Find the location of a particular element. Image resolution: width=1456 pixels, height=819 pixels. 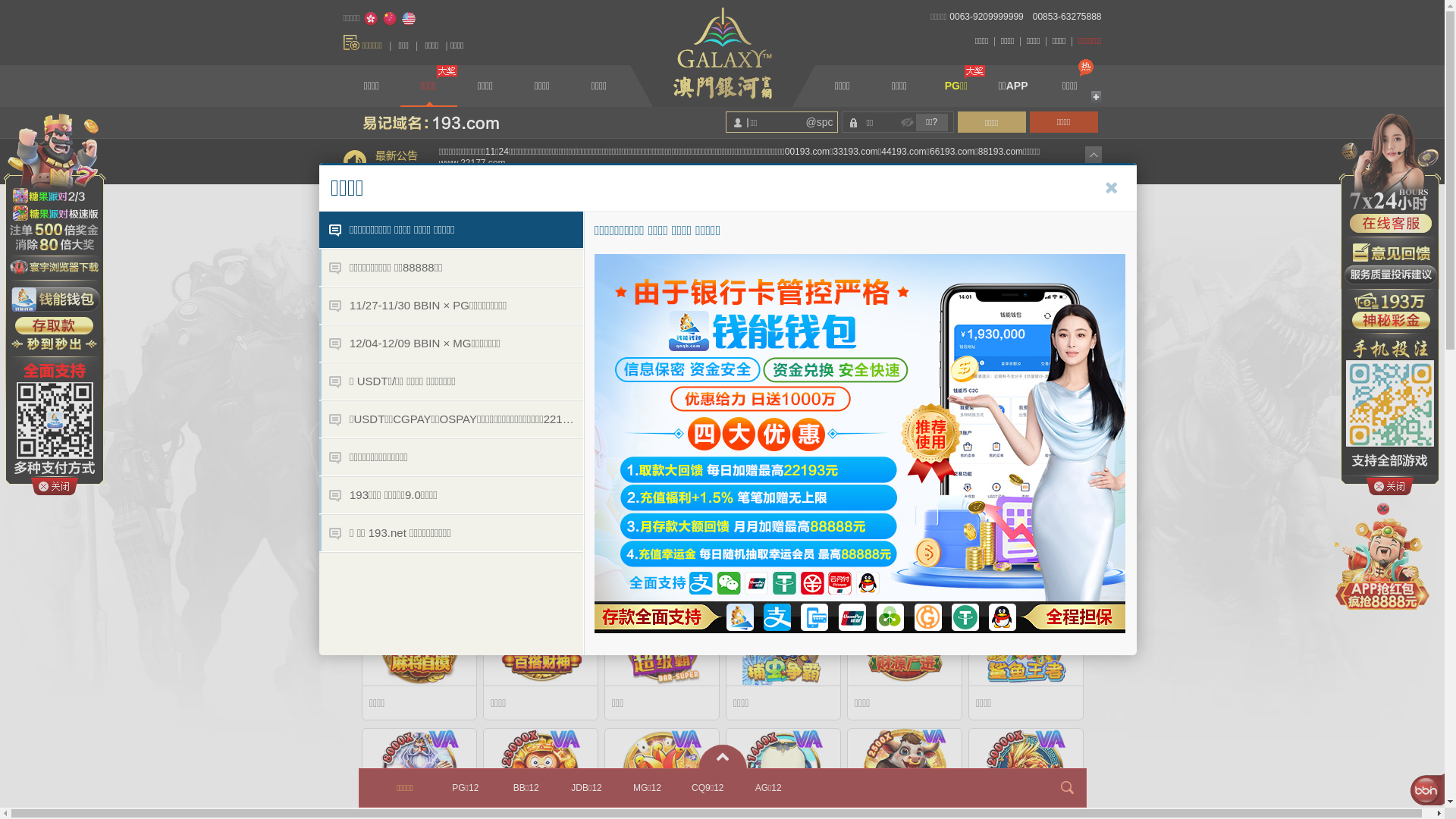

'English' is located at coordinates (408, 18).